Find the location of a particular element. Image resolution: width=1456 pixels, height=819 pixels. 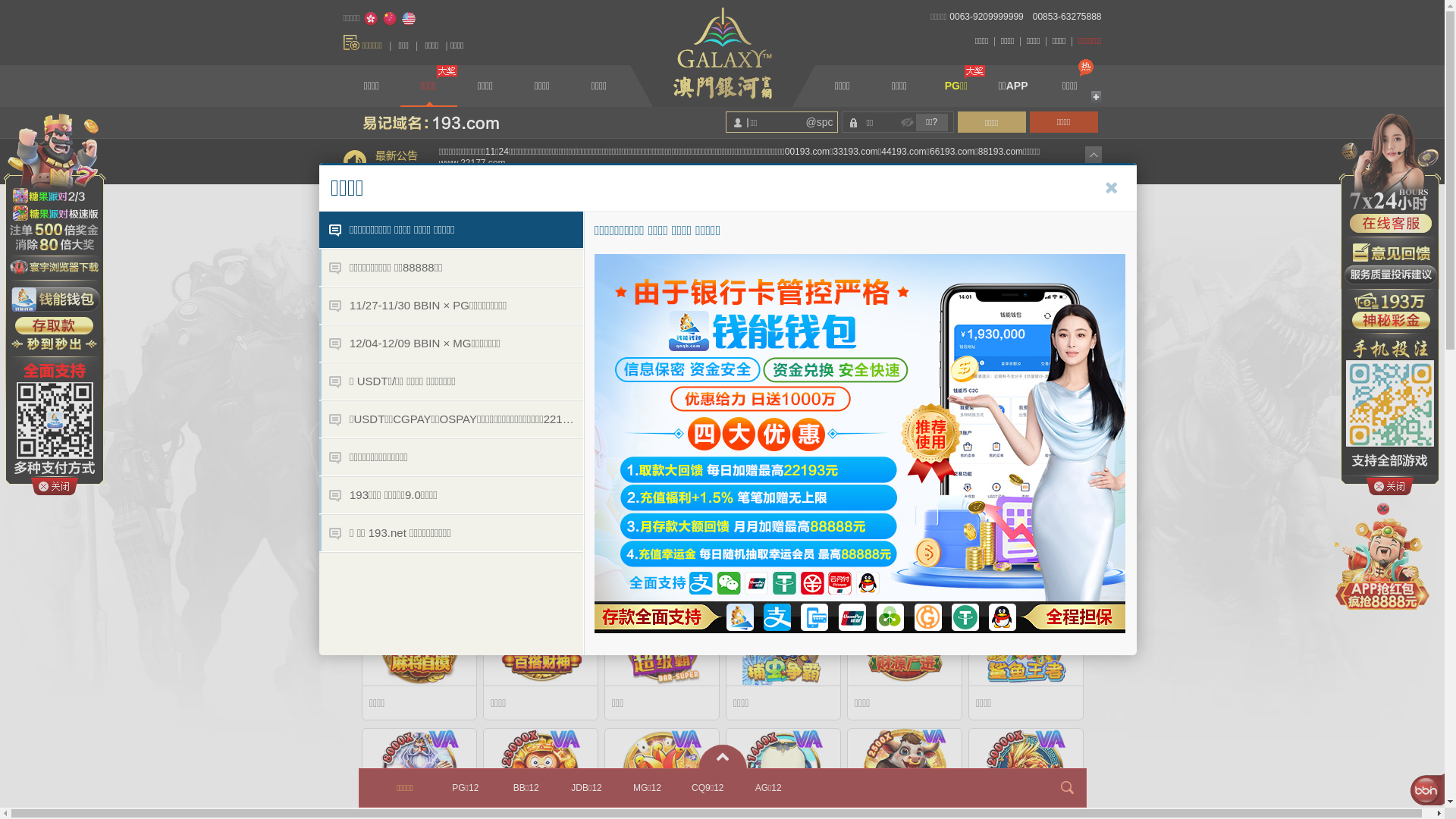

'English' is located at coordinates (408, 18).